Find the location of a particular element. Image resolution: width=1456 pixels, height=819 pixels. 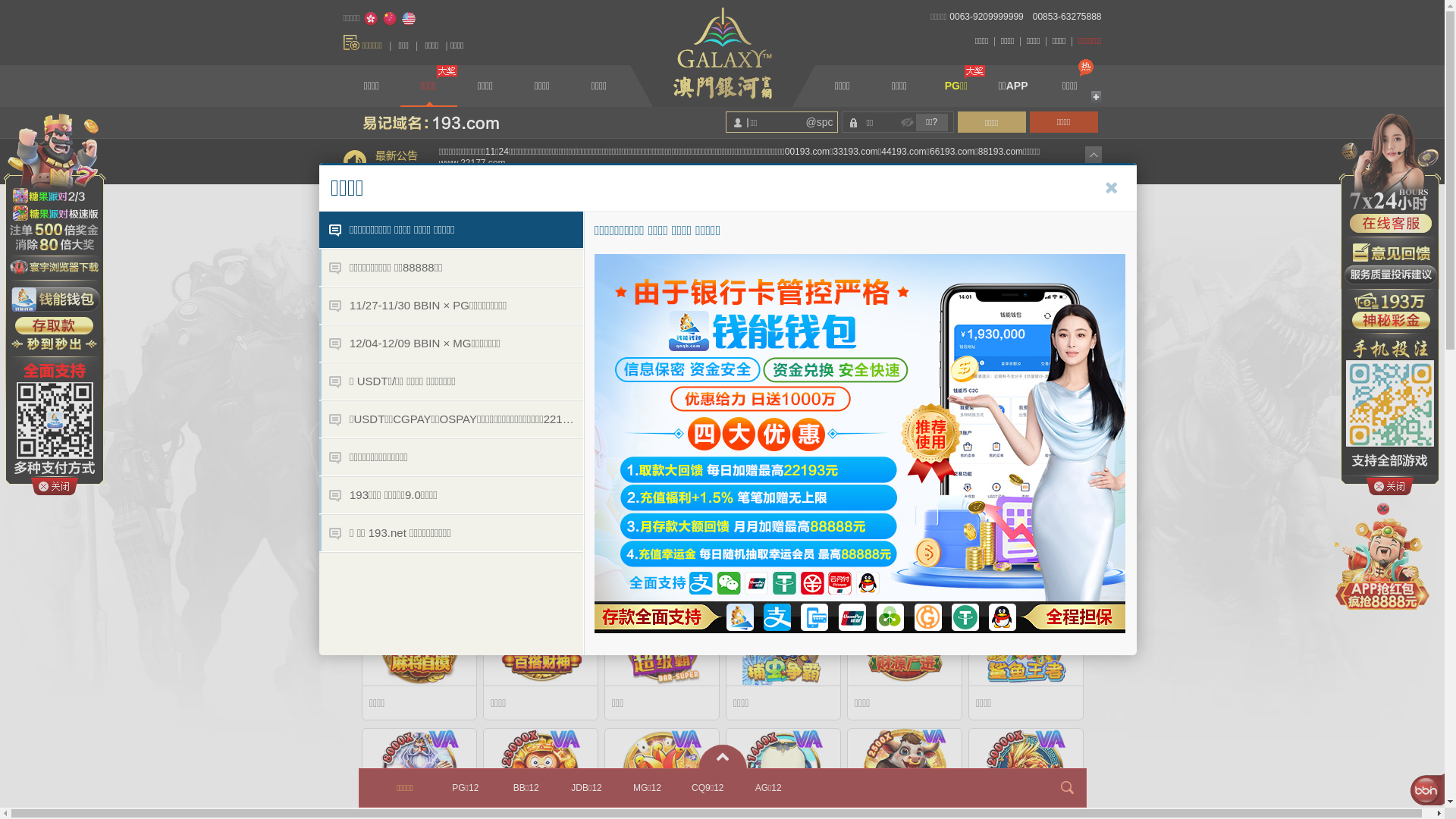

'English' is located at coordinates (408, 18).